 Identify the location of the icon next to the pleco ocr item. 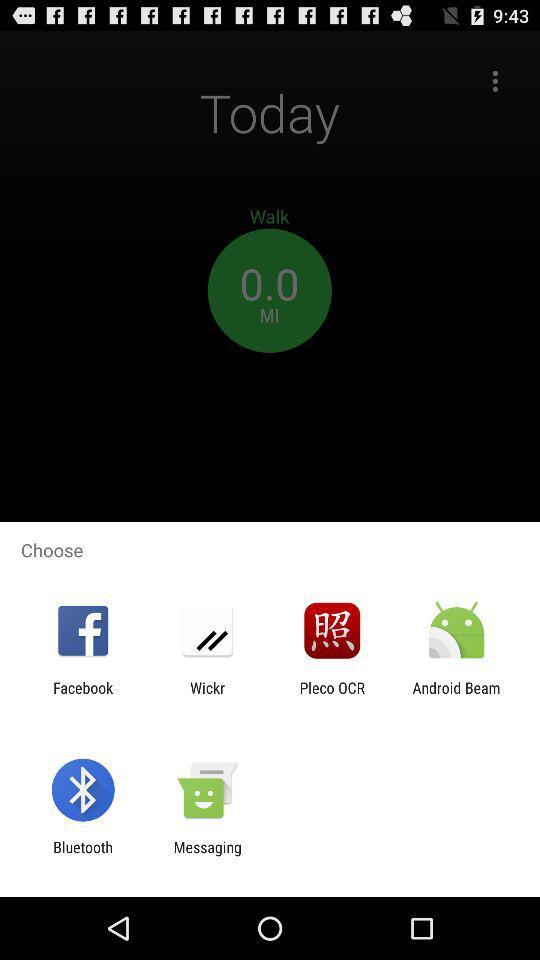
(456, 696).